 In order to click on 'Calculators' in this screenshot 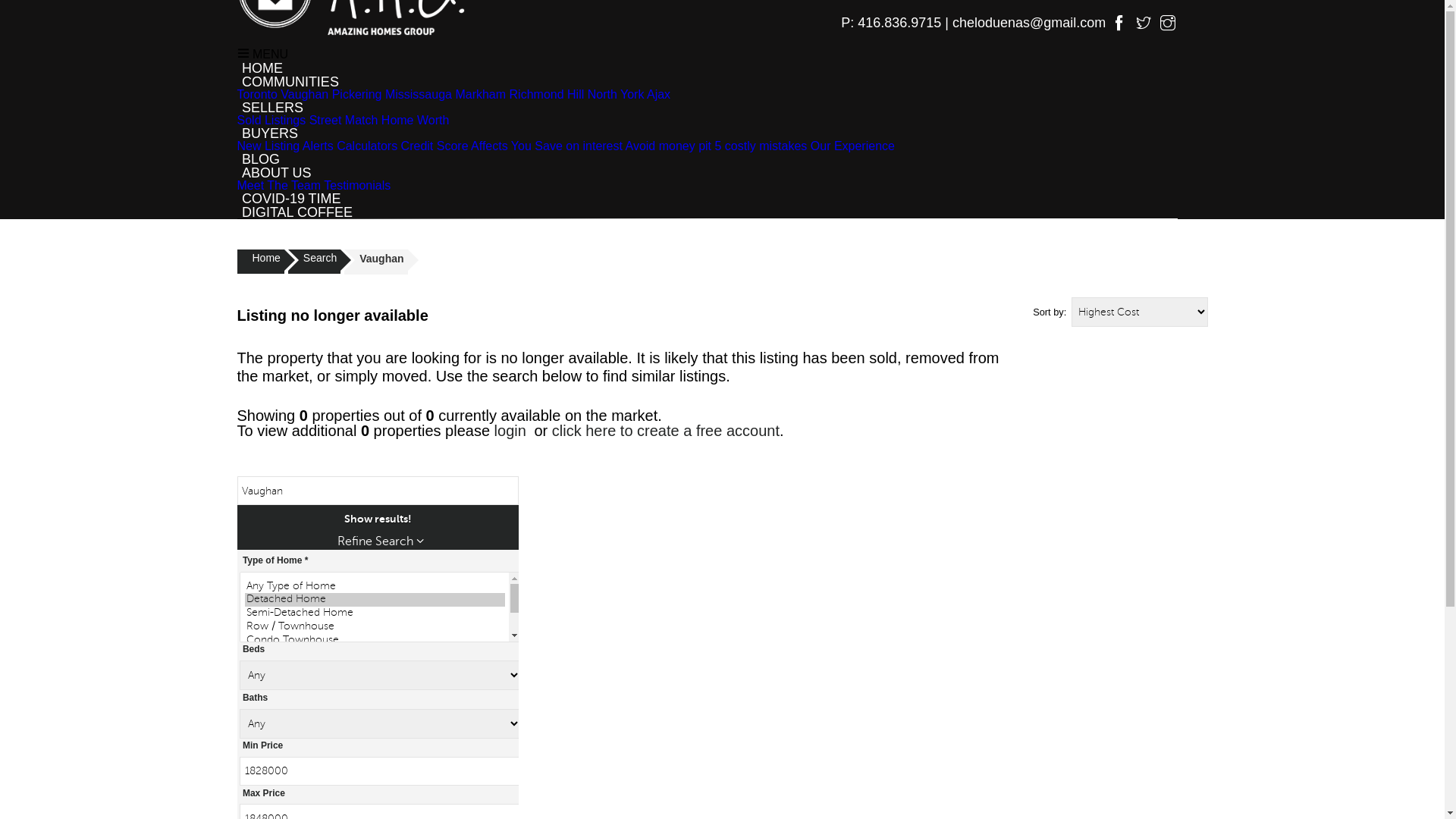, I will do `click(367, 146)`.